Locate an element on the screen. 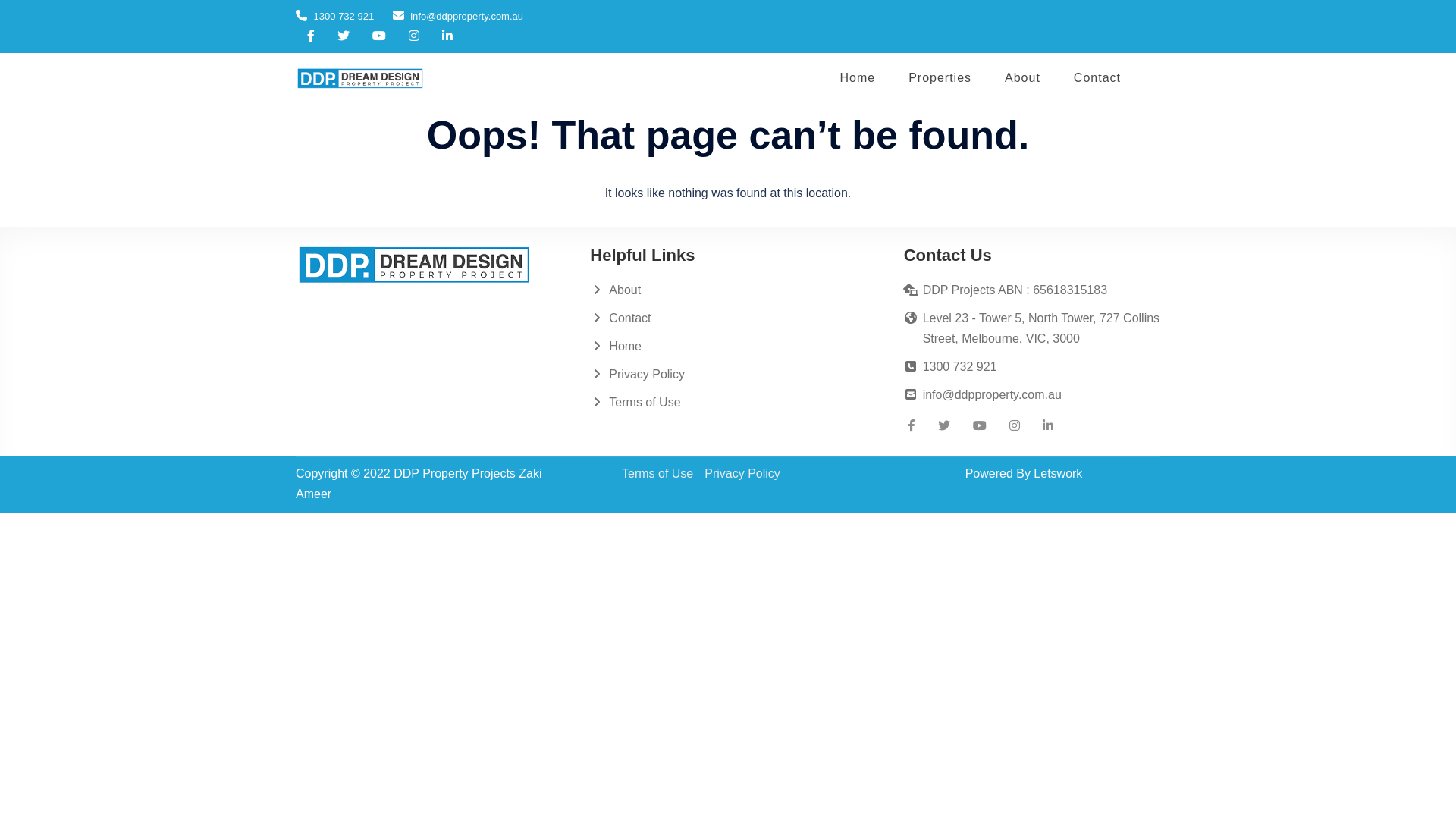 The height and width of the screenshot is (819, 1456). 'info@ddpproperty.com.au' is located at coordinates (457, 16).